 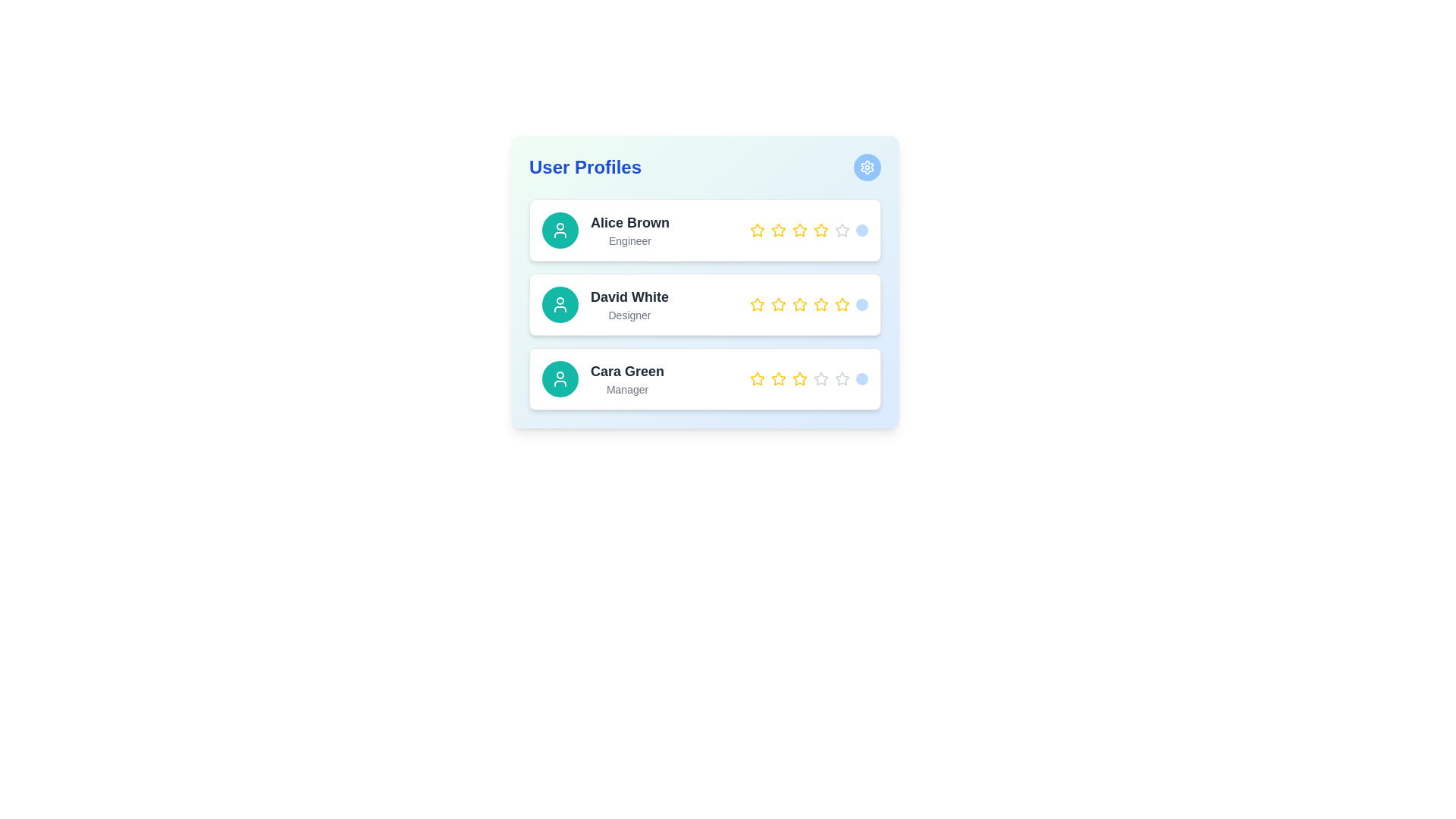 I want to click on the yellow star icon with a hollow center located beside Alice Brown's profile entry, so click(x=757, y=230).